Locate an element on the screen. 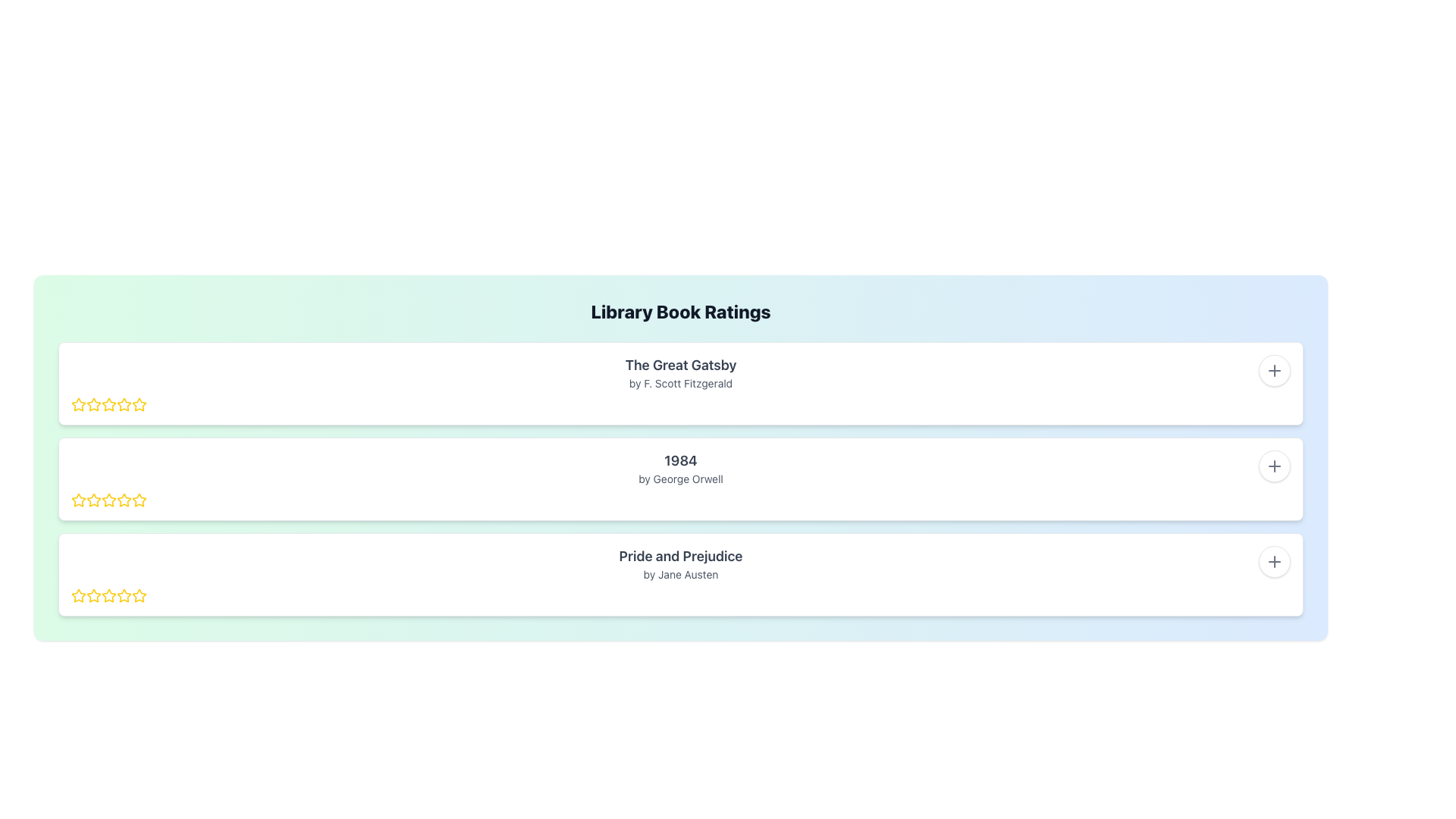  the first star icon in the 5-star rating component is located at coordinates (108, 595).